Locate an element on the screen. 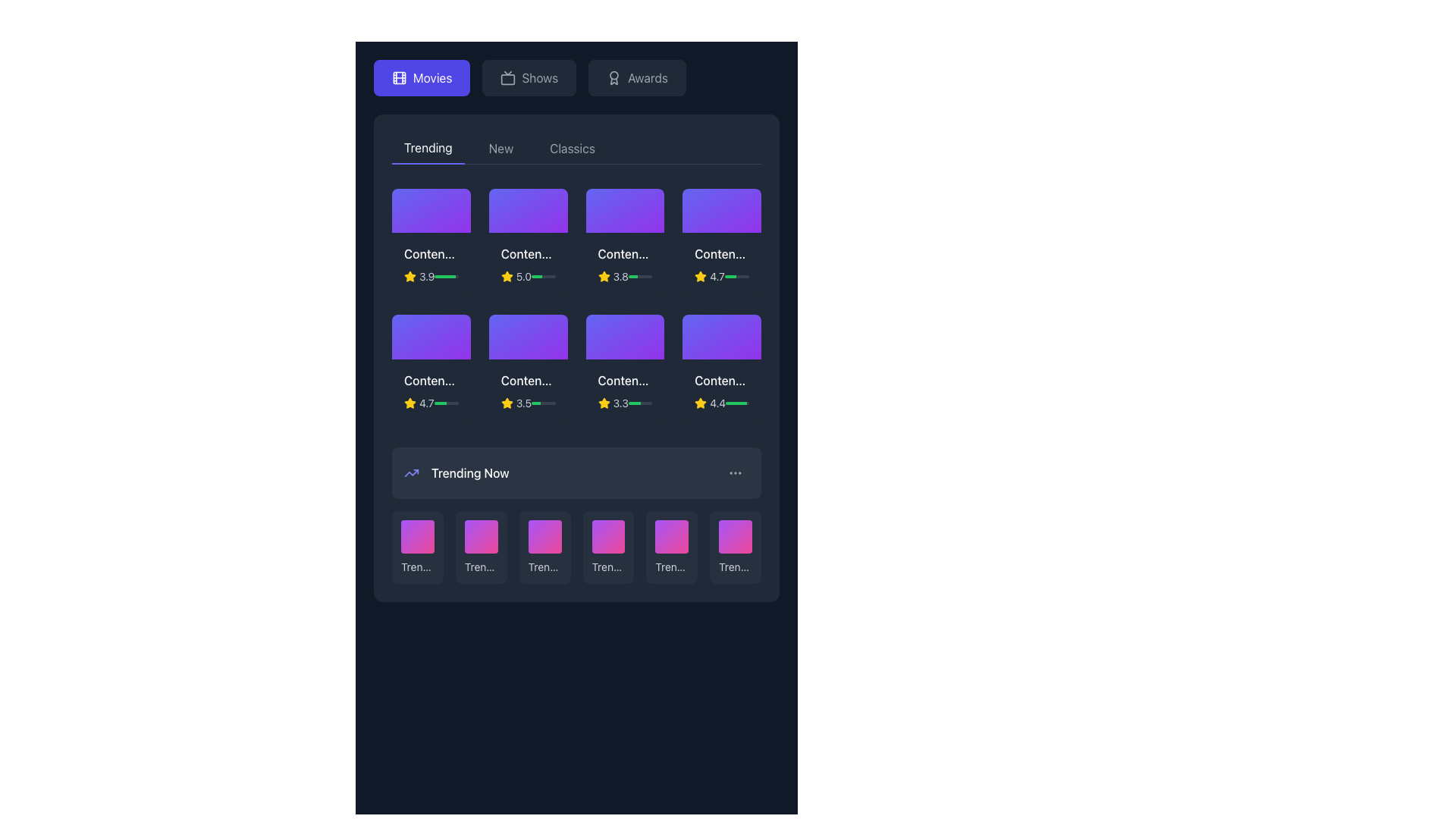 The width and height of the screenshot is (1456, 819). the title label in the second row, third column of the 'Trending' section under the 'Movies' category is located at coordinates (625, 379).